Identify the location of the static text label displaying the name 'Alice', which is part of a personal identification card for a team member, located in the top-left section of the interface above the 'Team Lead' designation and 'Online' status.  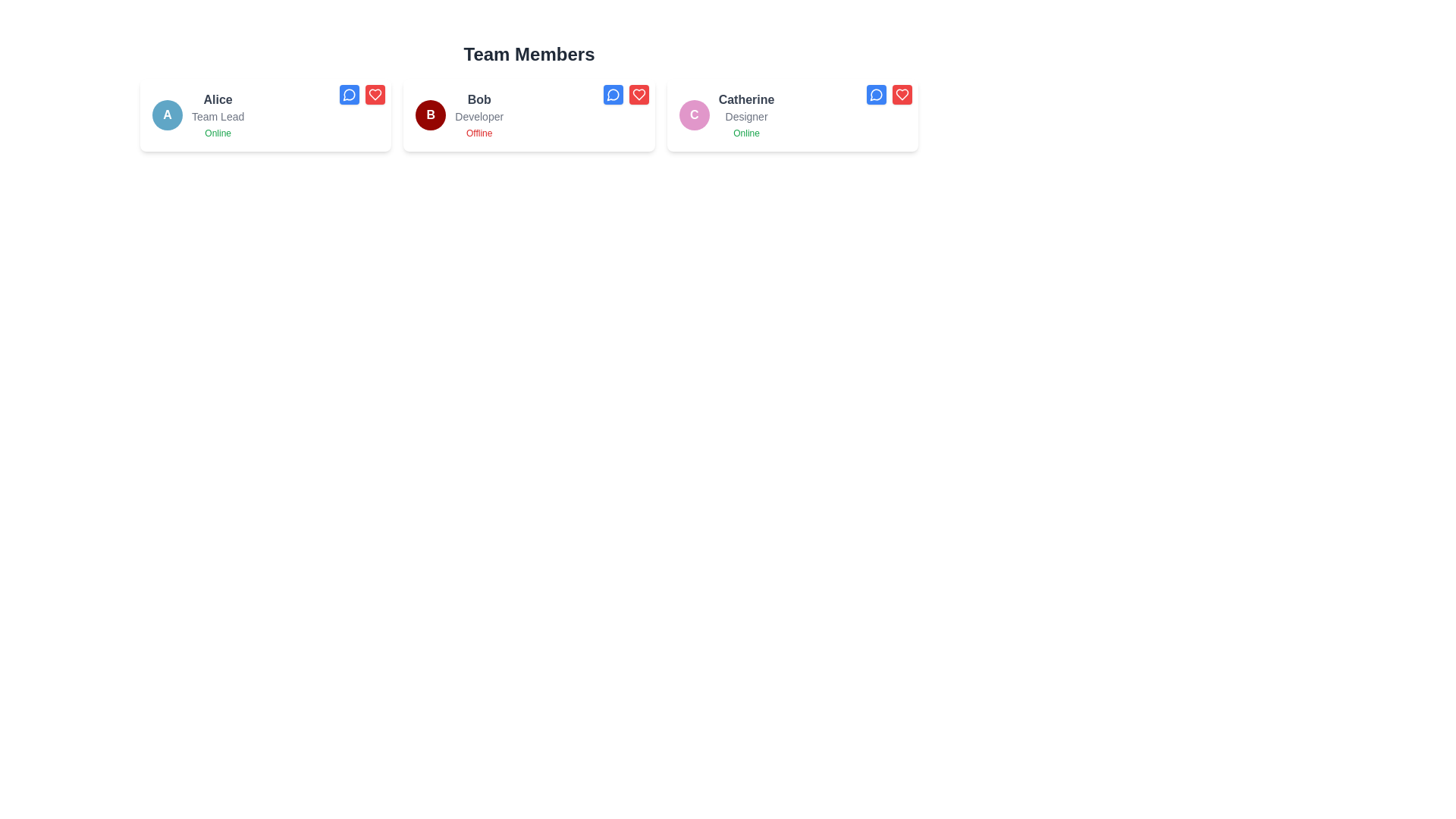
(217, 99).